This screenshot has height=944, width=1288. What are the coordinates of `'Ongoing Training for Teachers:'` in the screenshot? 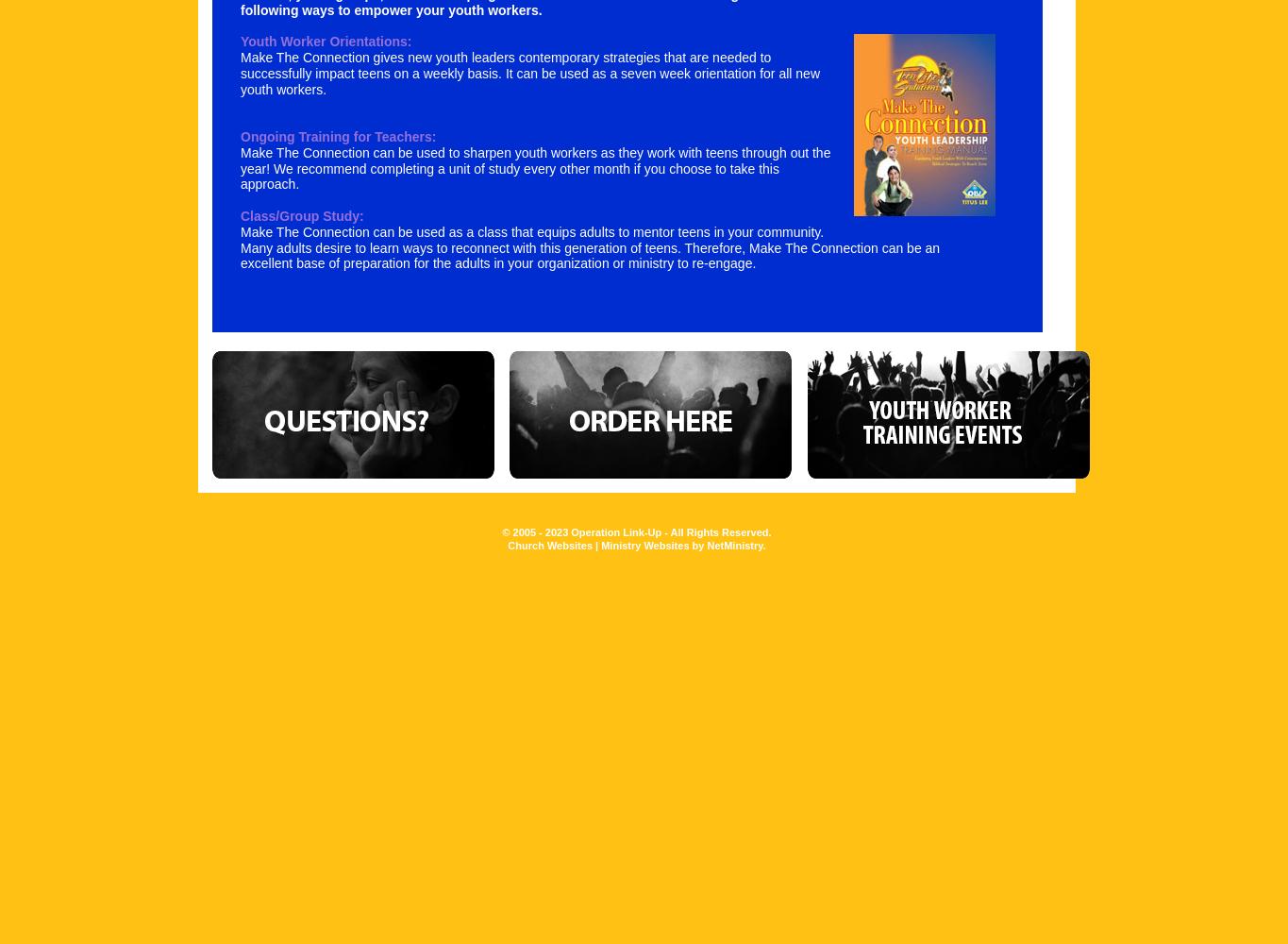 It's located at (337, 136).